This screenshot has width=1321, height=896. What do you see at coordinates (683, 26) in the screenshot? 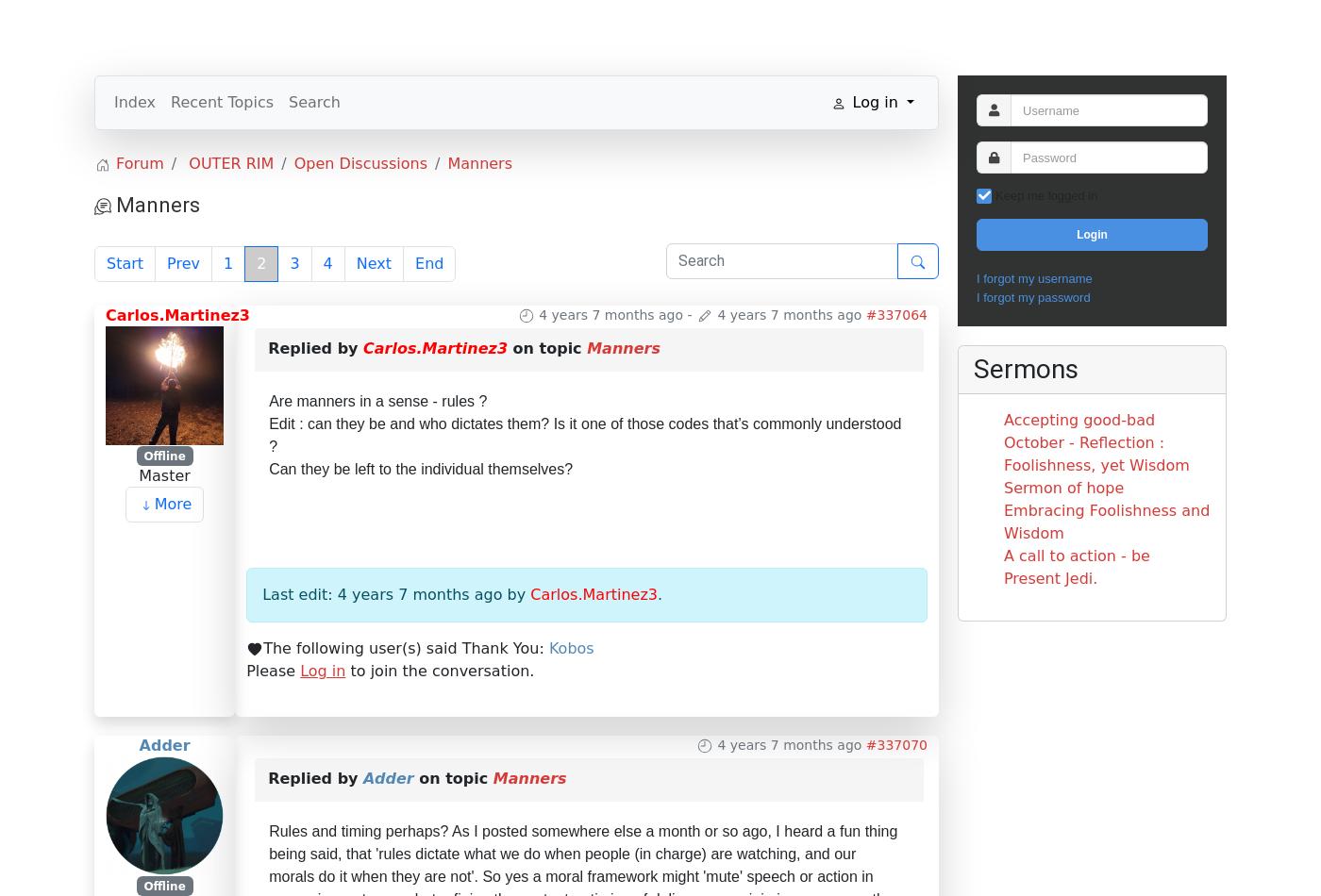
I see `'Doctrine'` at bounding box center [683, 26].